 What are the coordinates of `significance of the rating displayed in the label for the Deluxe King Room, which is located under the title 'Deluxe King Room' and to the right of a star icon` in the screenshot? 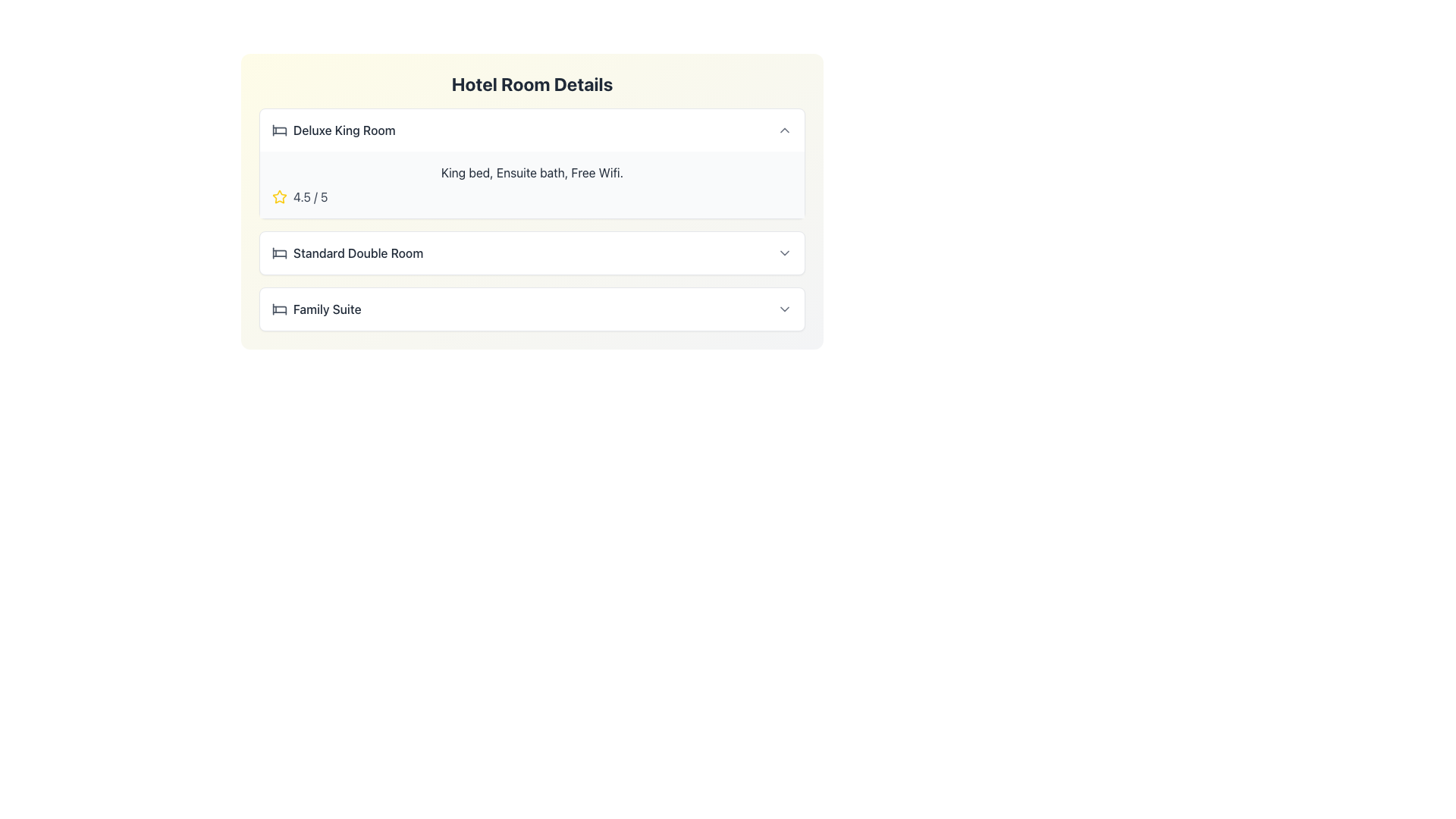 It's located at (309, 196).